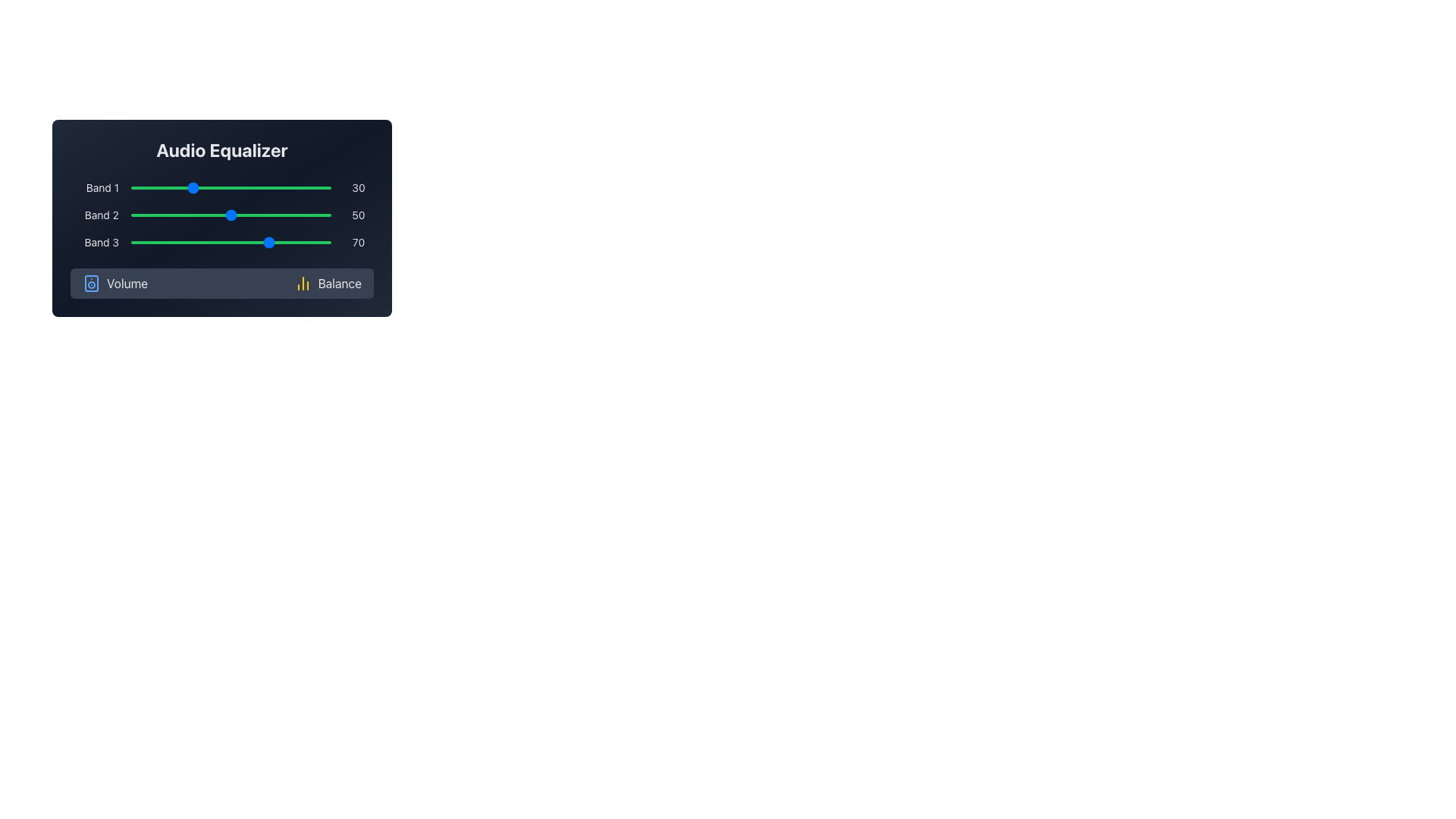 The width and height of the screenshot is (1456, 819). Describe the element at coordinates (93, 242) in the screenshot. I see `the label for the third band in the audio equalizer, positioned below 'Band 2' and above the 'Volume' button, aligned with the corresponding slider and value indicator` at that location.